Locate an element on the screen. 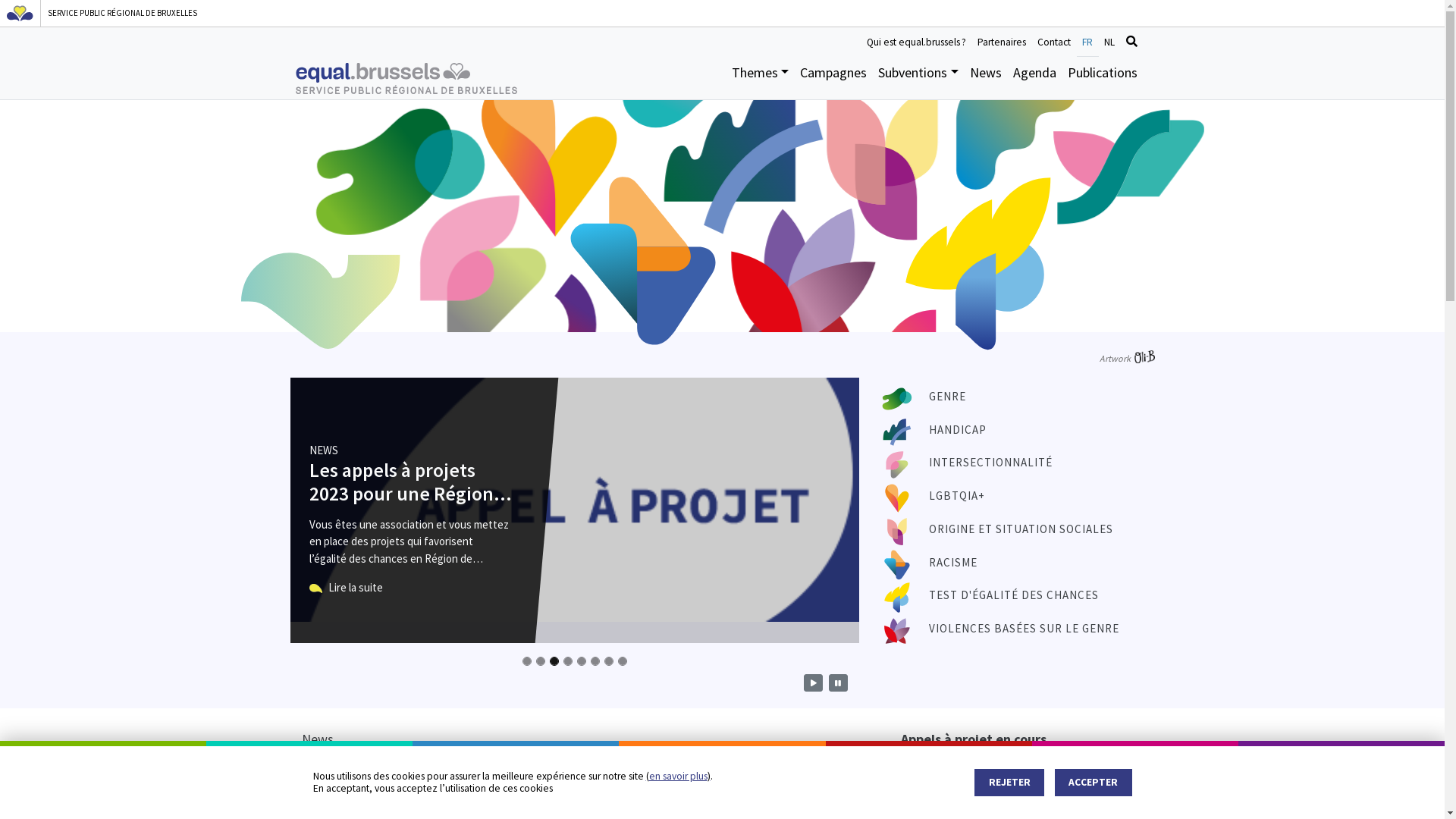  'Partenaires' is located at coordinates (1002, 40).